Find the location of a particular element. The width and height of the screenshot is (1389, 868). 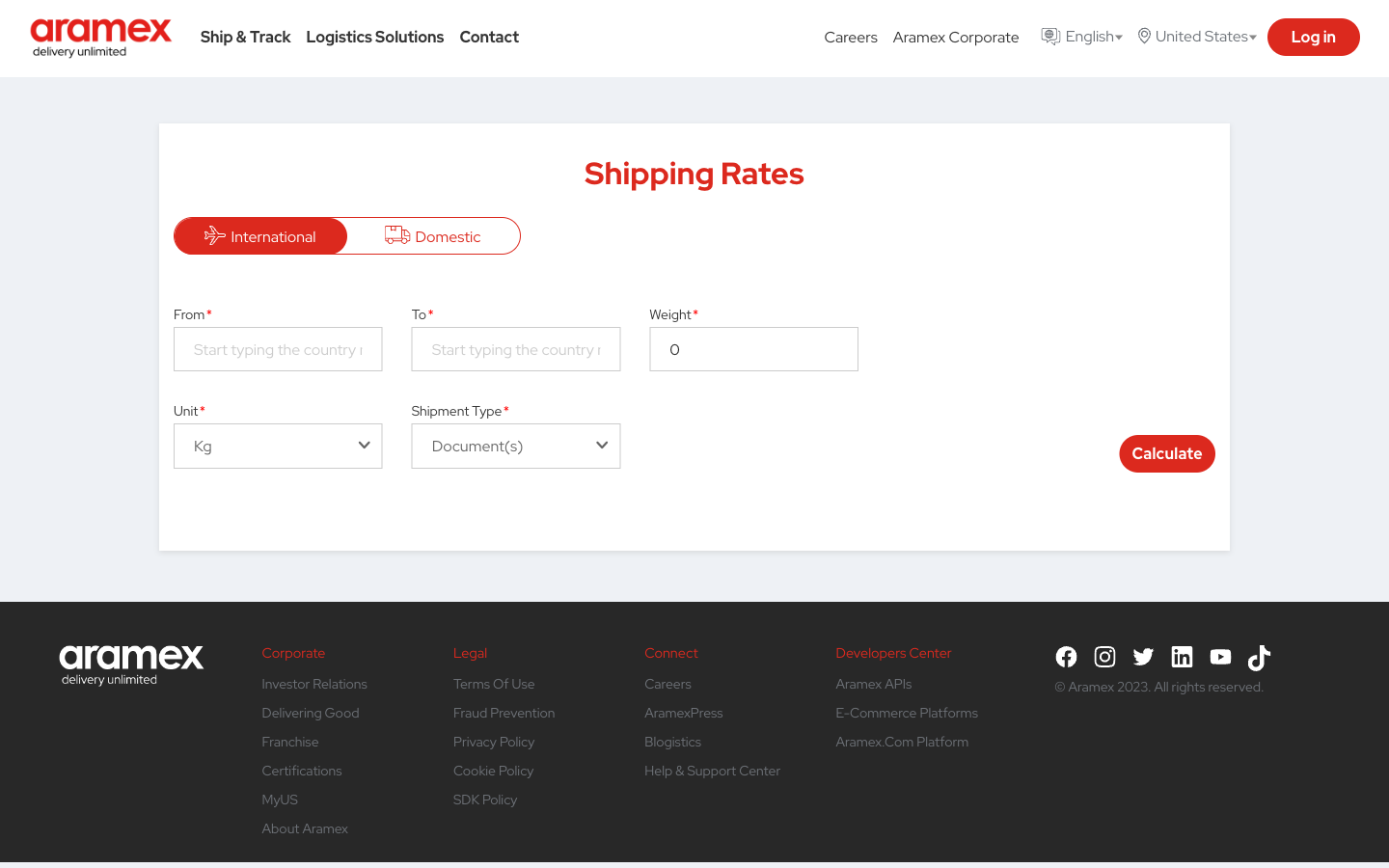

Retrieve the home page by using the bottom left side panel button is located at coordinates (130, 655).